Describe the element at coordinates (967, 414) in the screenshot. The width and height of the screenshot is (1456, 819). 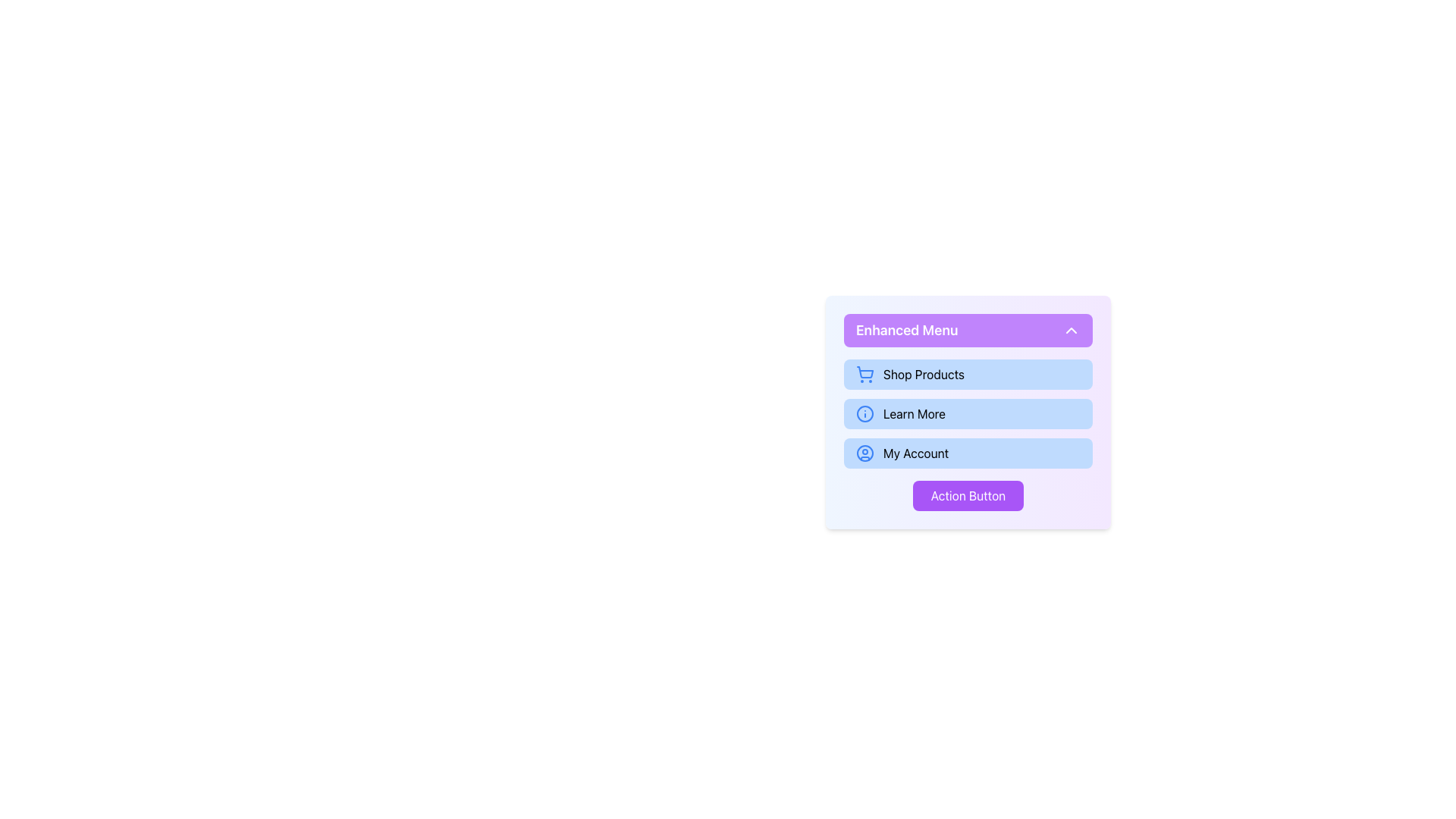
I see `the second button in the vertical sequence of three buttons in the lower-right quadrant` at that location.